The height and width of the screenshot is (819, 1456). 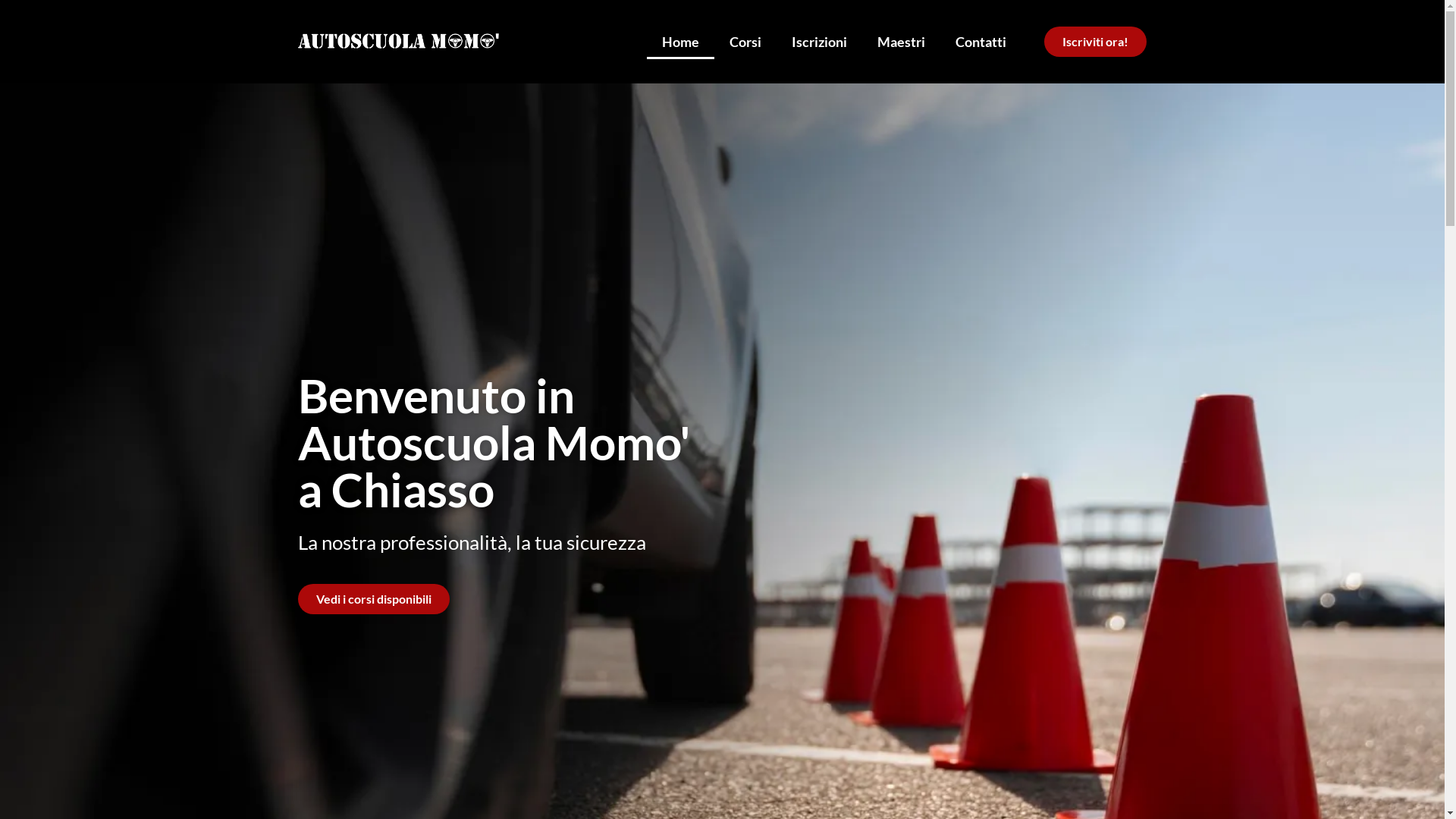 What do you see at coordinates (901, 40) in the screenshot?
I see `'Maestri'` at bounding box center [901, 40].